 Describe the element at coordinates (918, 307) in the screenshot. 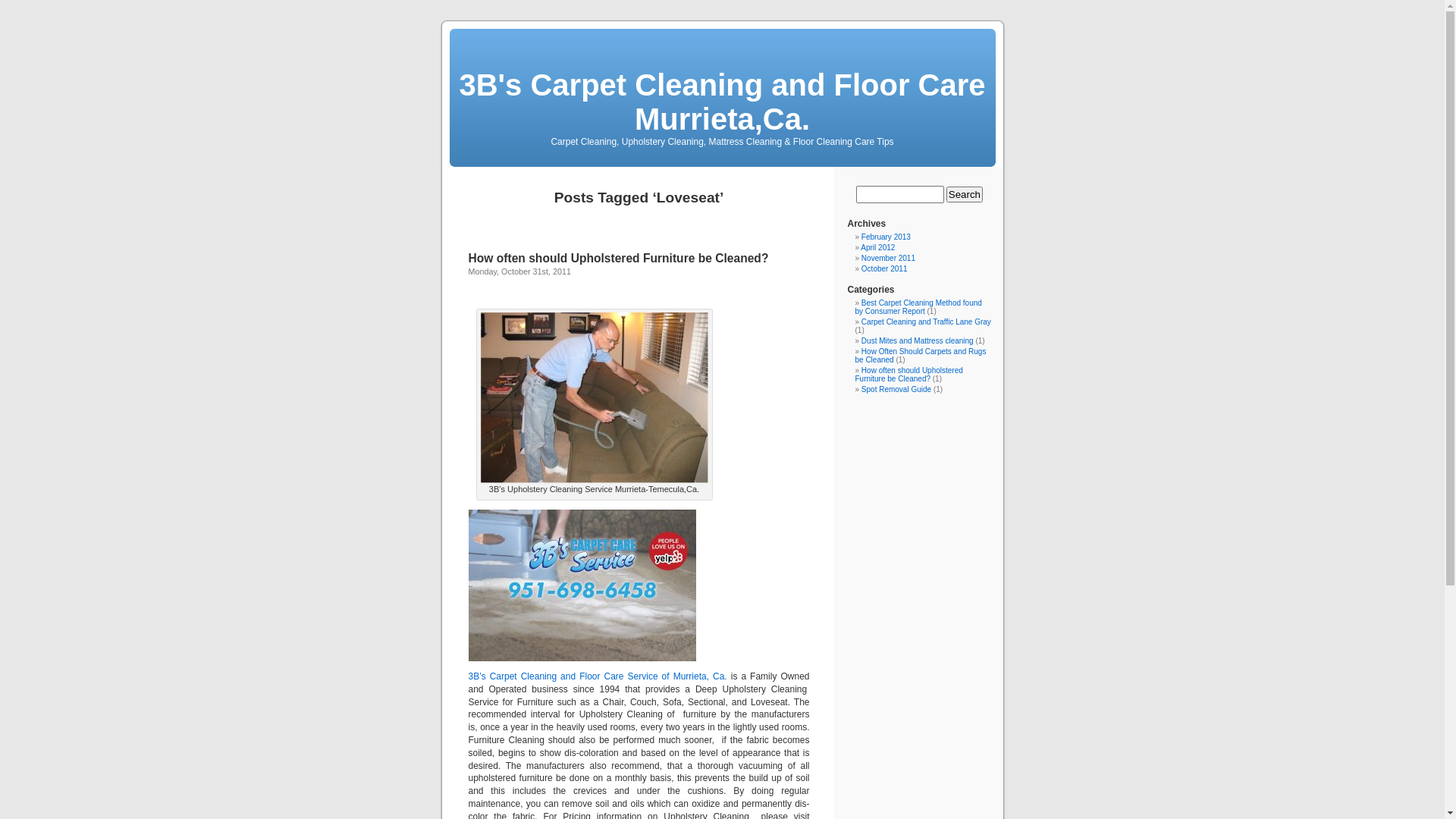

I see `'Best Carpet Cleaning Method found by Consumer Report'` at that location.